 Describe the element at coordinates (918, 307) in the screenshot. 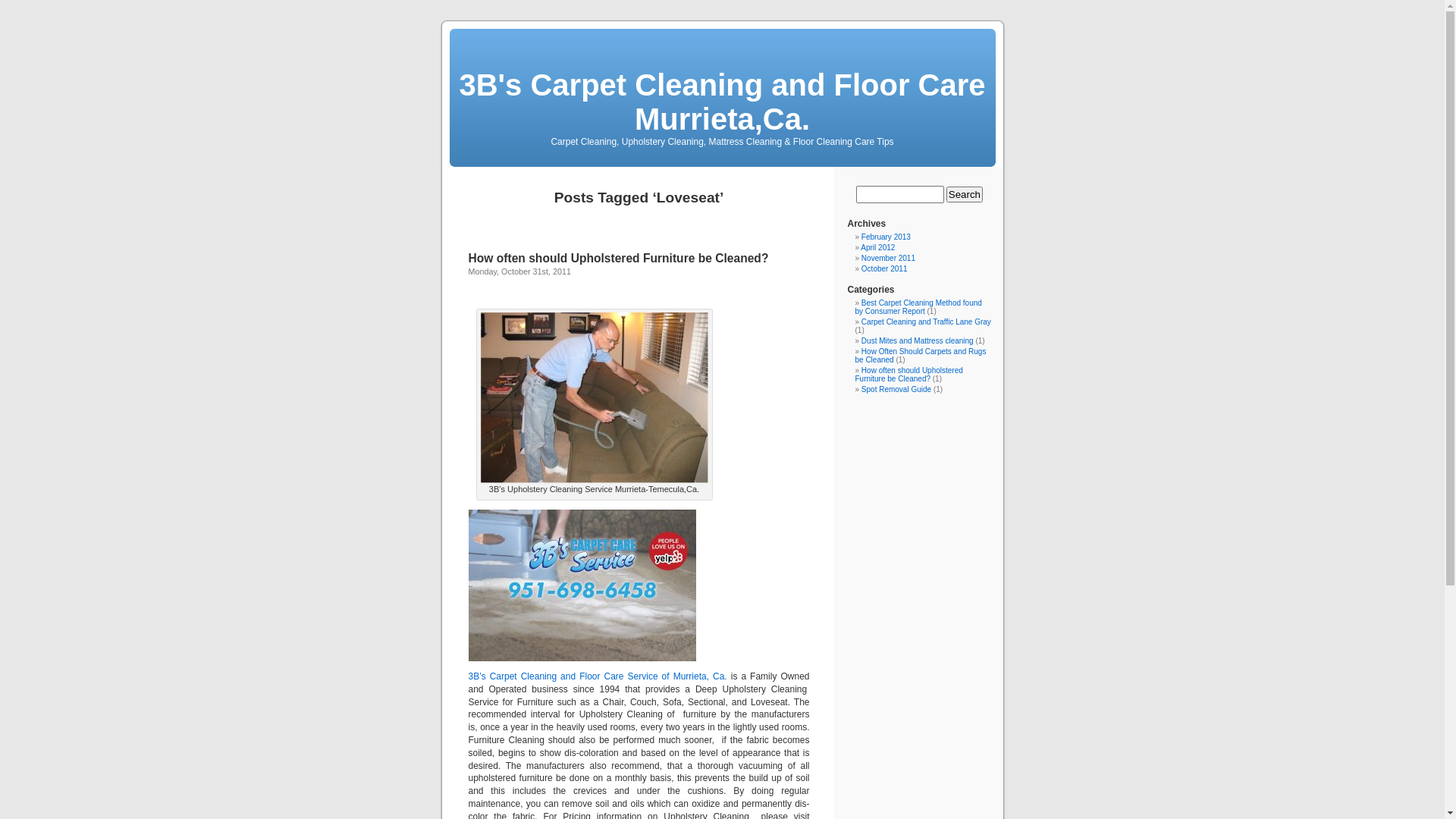

I see `'Best Carpet Cleaning Method found by Consumer Report'` at that location.